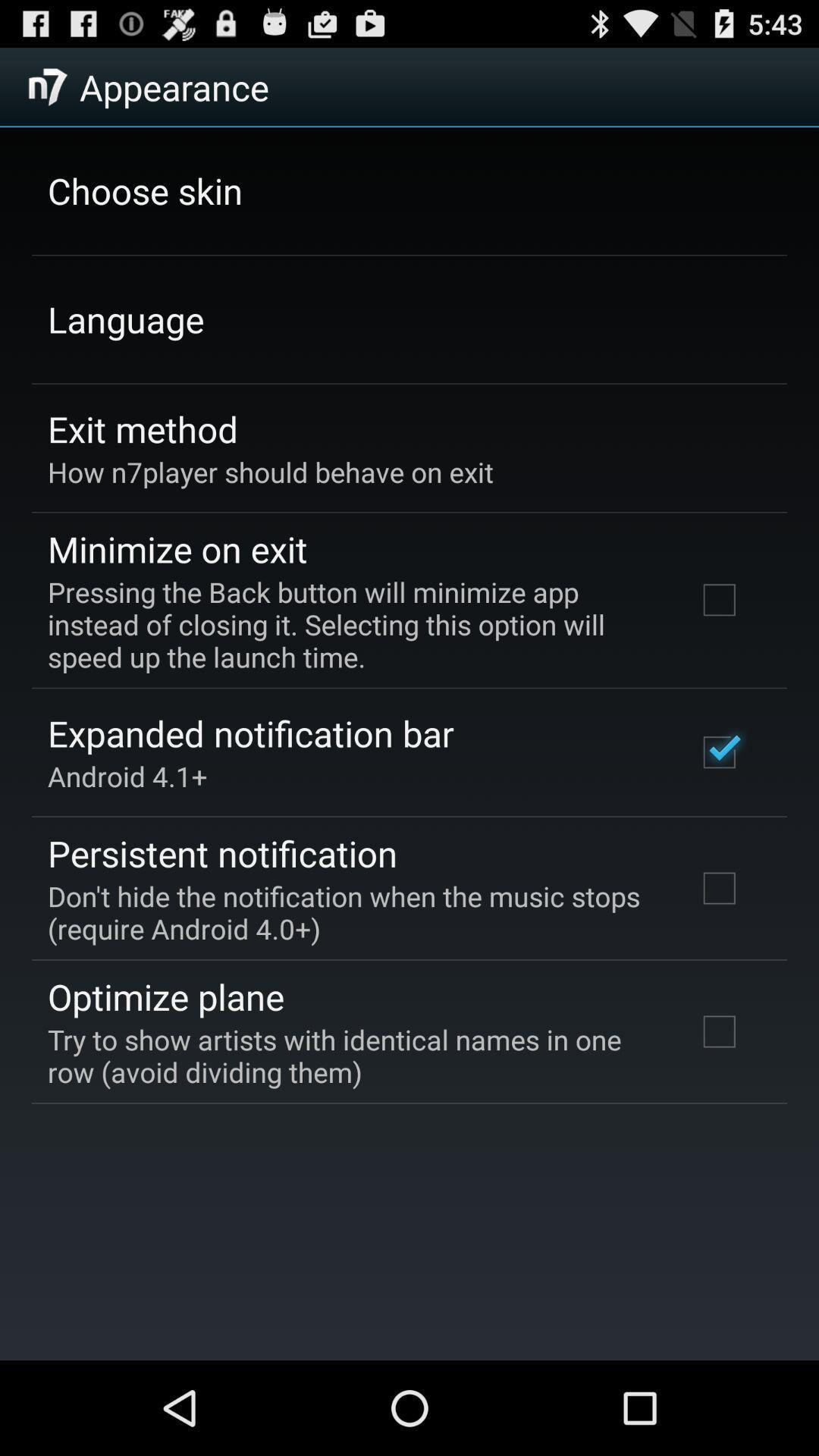  What do you see at coordinates (249, 733) in the screenshot?
I see `the expanded notification bar` at bounding box center [249, 733].